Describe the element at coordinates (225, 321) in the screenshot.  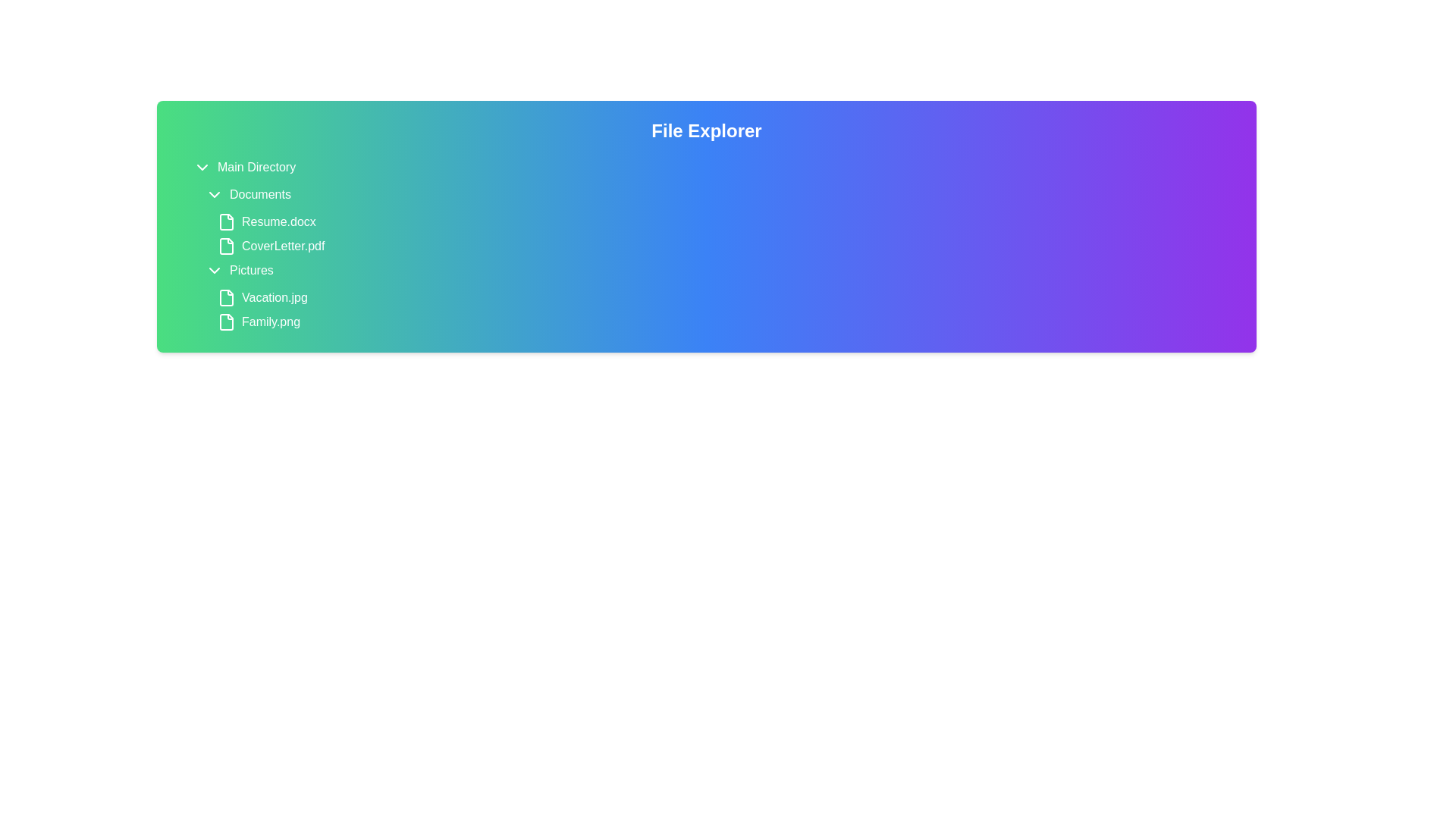
I see `the 'Family.png' icon located` at that location.